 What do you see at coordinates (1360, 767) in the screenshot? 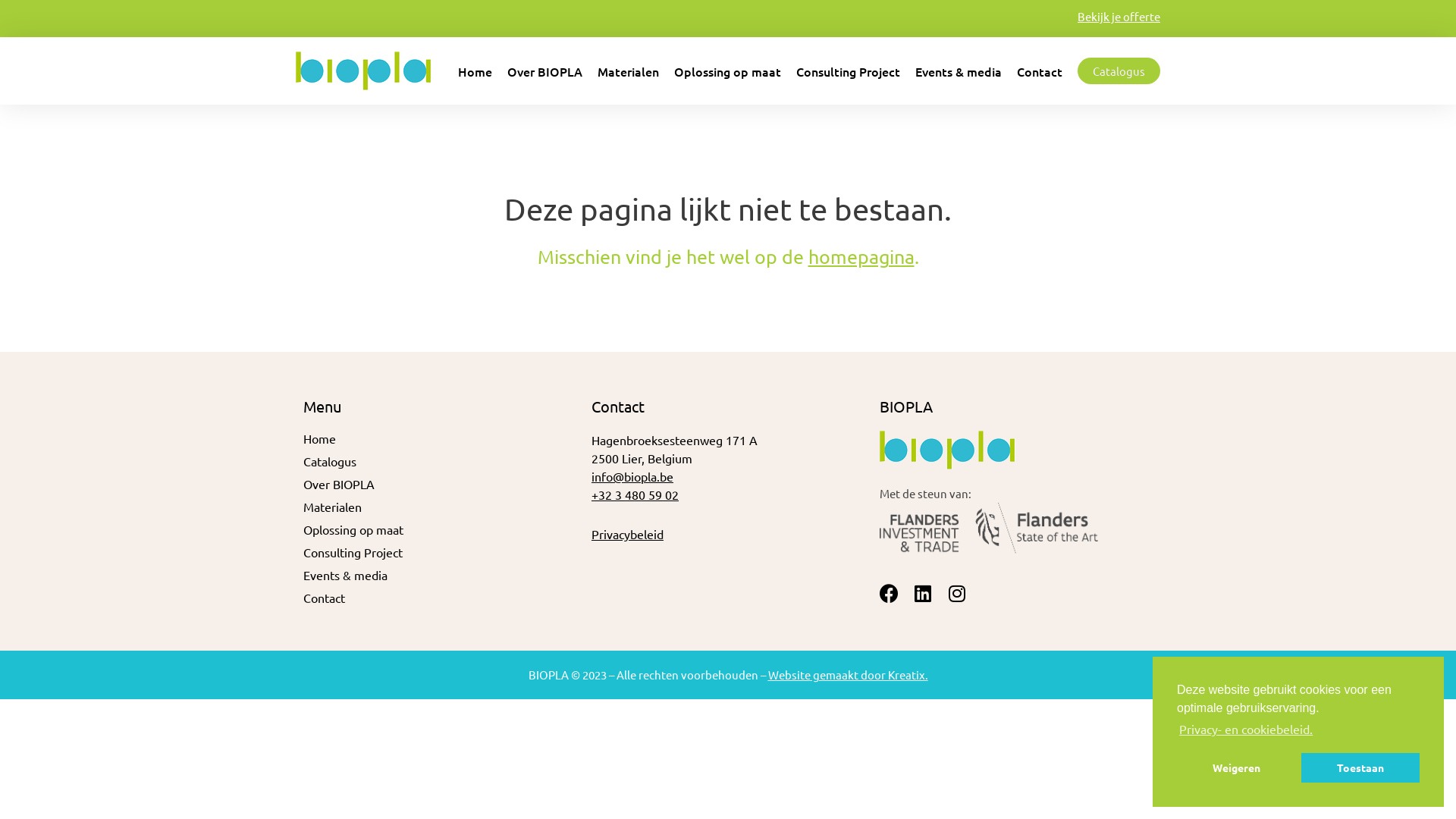
I see `'Toestaan'` at bounding box center [1360, 767].